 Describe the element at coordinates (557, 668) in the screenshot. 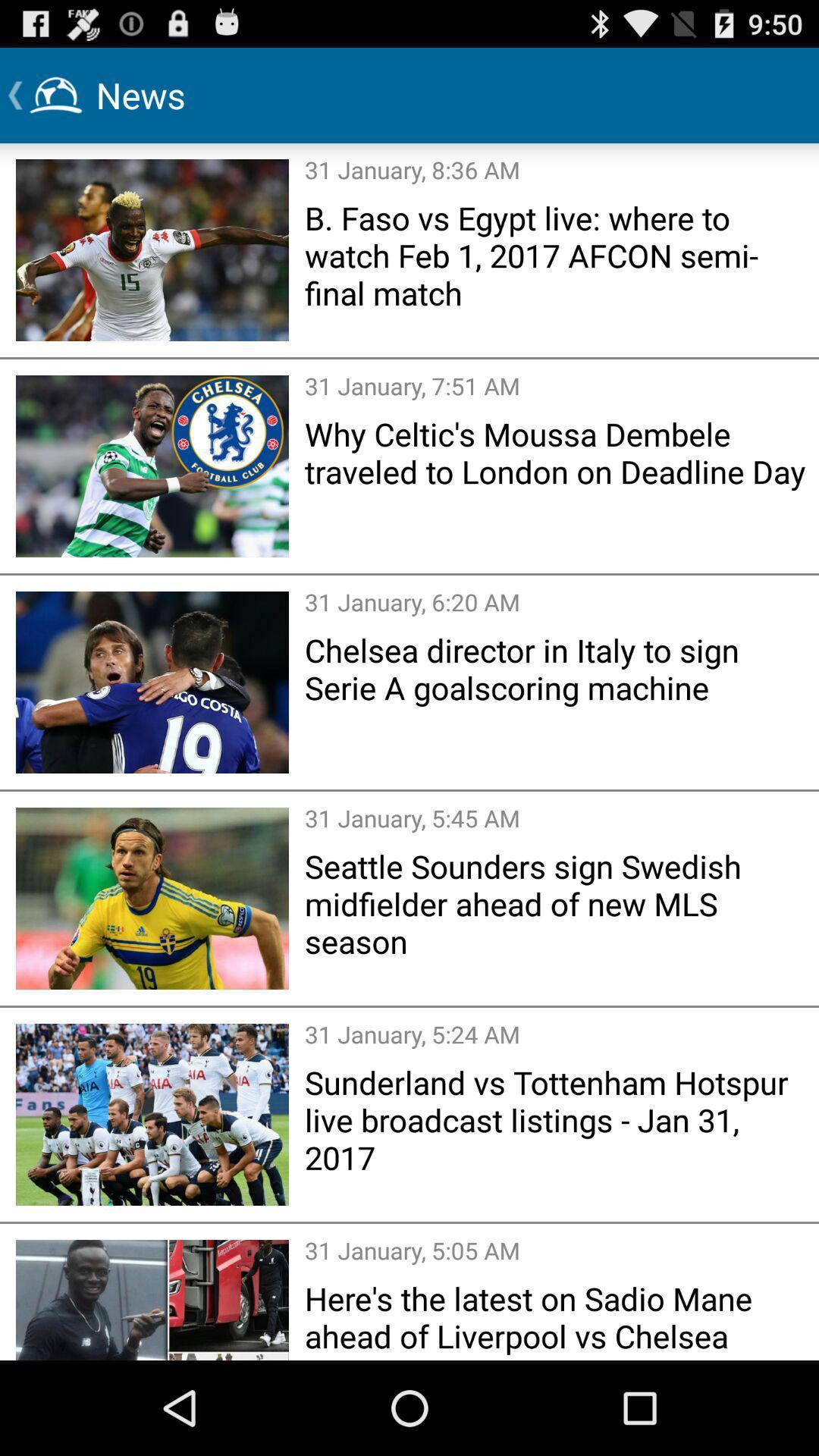

I see `the item below 31 january 6 item` at that location.